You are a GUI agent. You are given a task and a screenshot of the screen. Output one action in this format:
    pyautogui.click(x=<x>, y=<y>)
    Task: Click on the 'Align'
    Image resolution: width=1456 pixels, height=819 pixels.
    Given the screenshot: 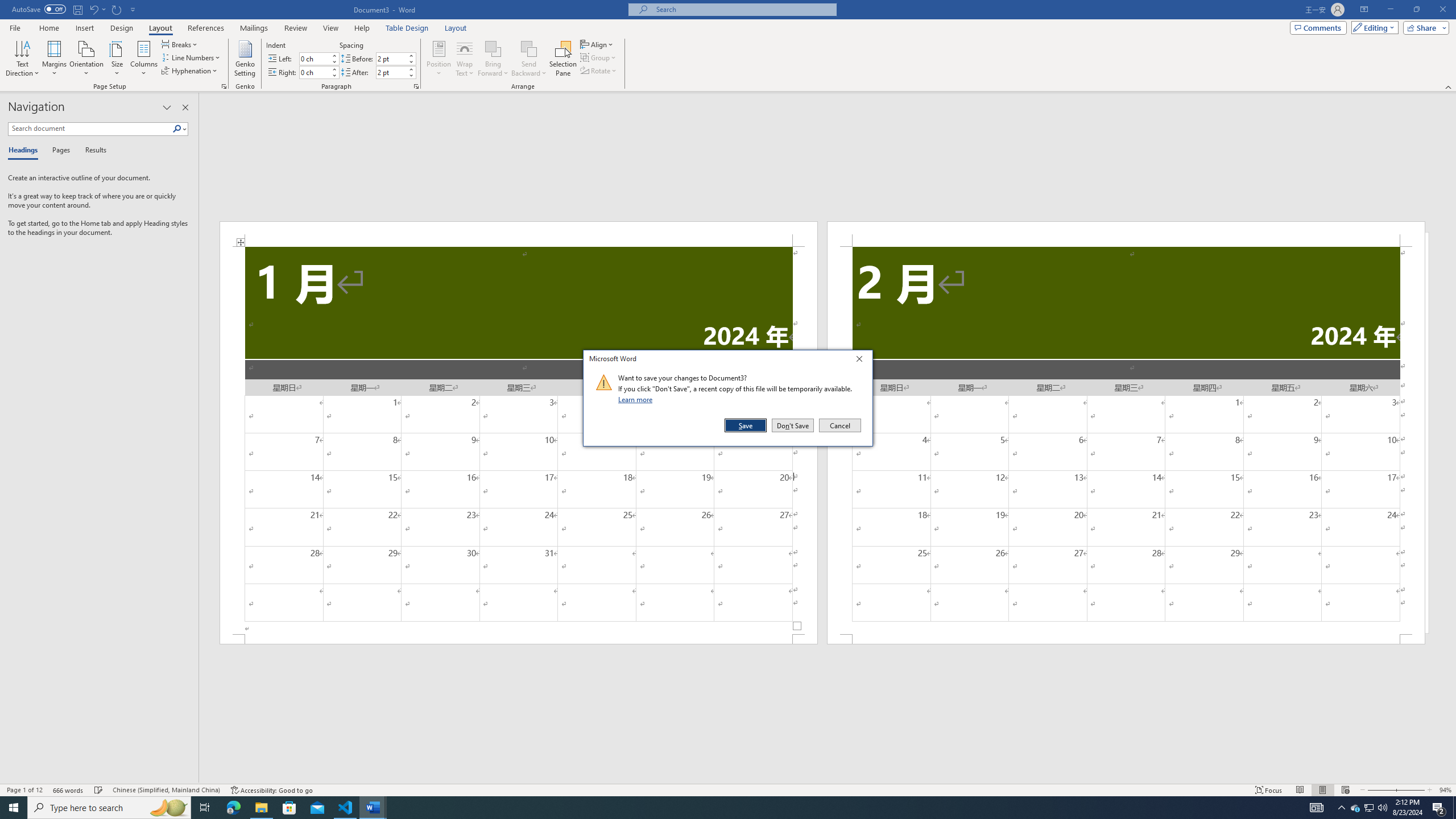 What is the action you would take?
    pyautogui.click(x=597, y=44)
    